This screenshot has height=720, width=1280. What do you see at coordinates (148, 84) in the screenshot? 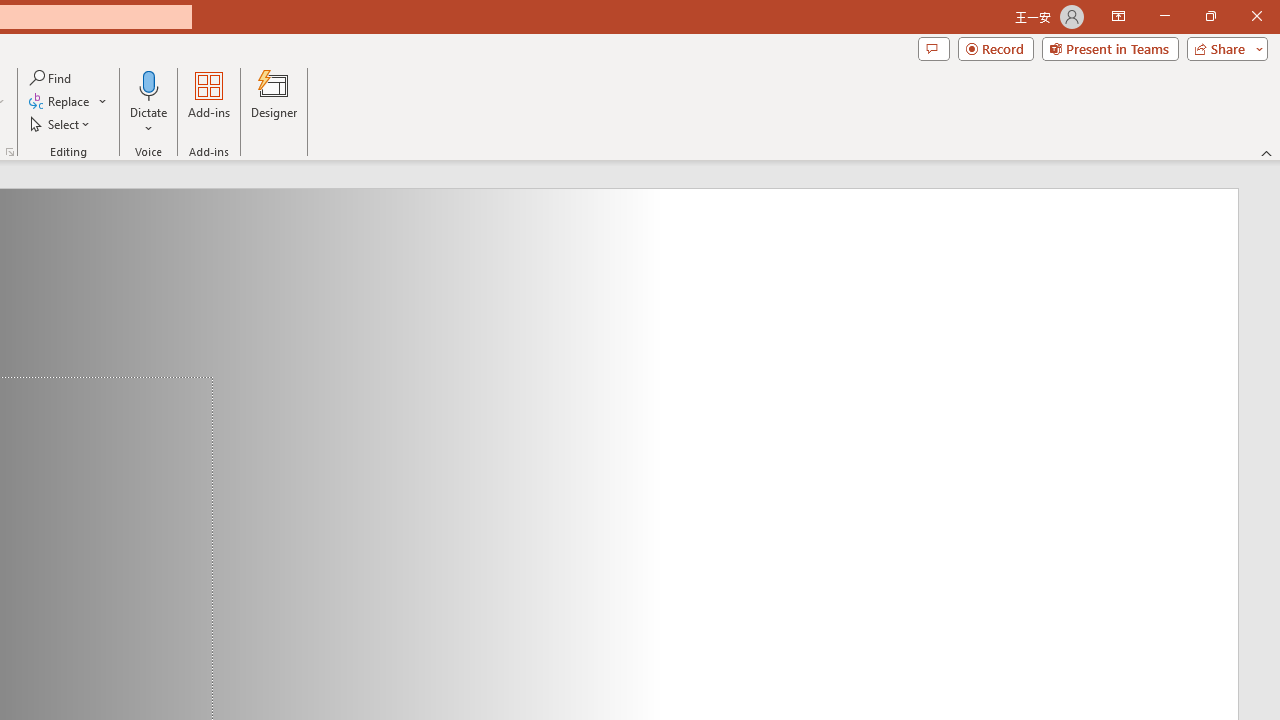
I see `'Dictate'` at bounding box center [148, 84].